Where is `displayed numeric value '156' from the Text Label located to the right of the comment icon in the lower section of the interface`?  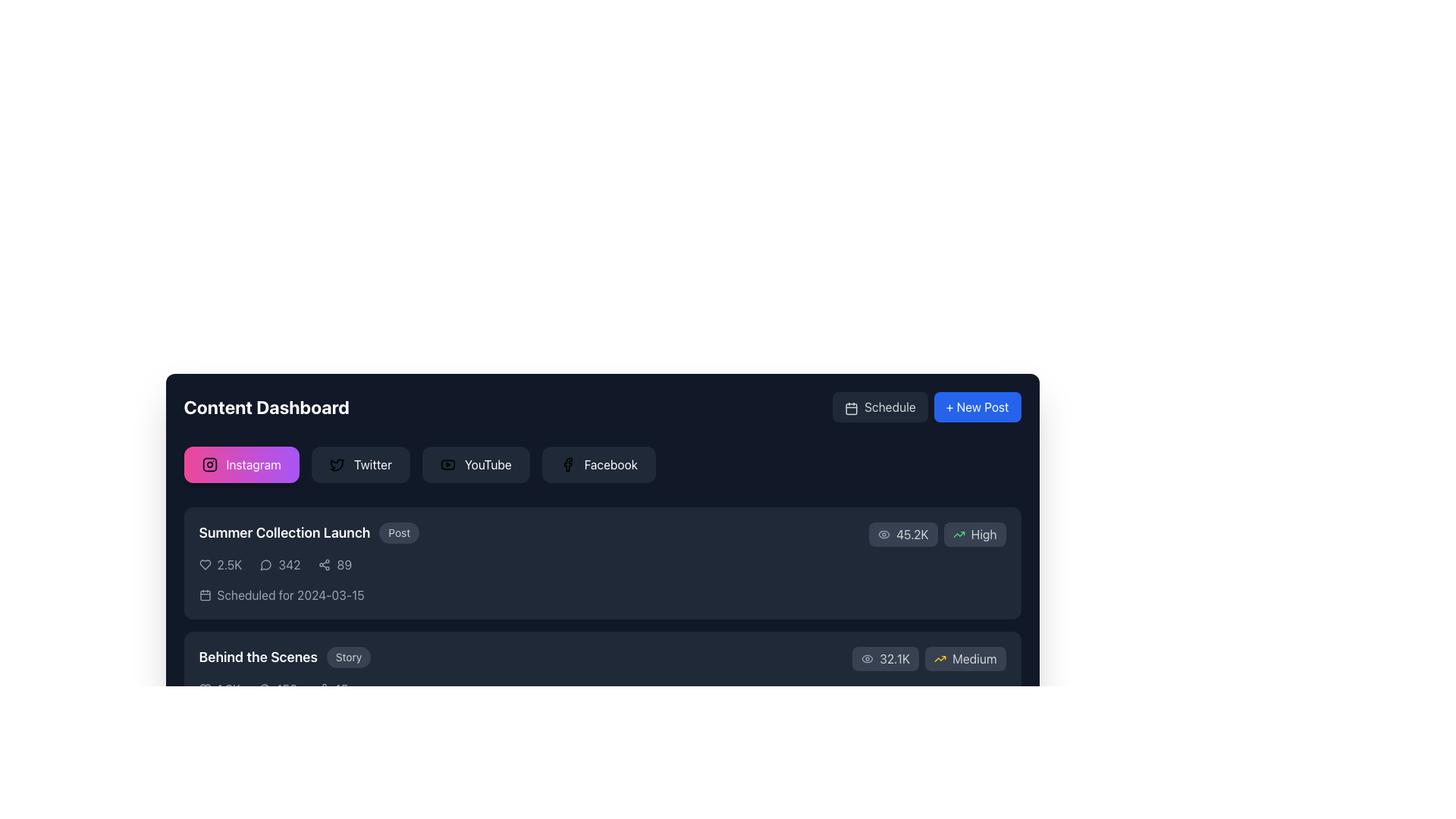 displayed numeric value '156' from the Text Label located to the right of the comment icon in the lower section of the interface is located at coordinates (287, 689).